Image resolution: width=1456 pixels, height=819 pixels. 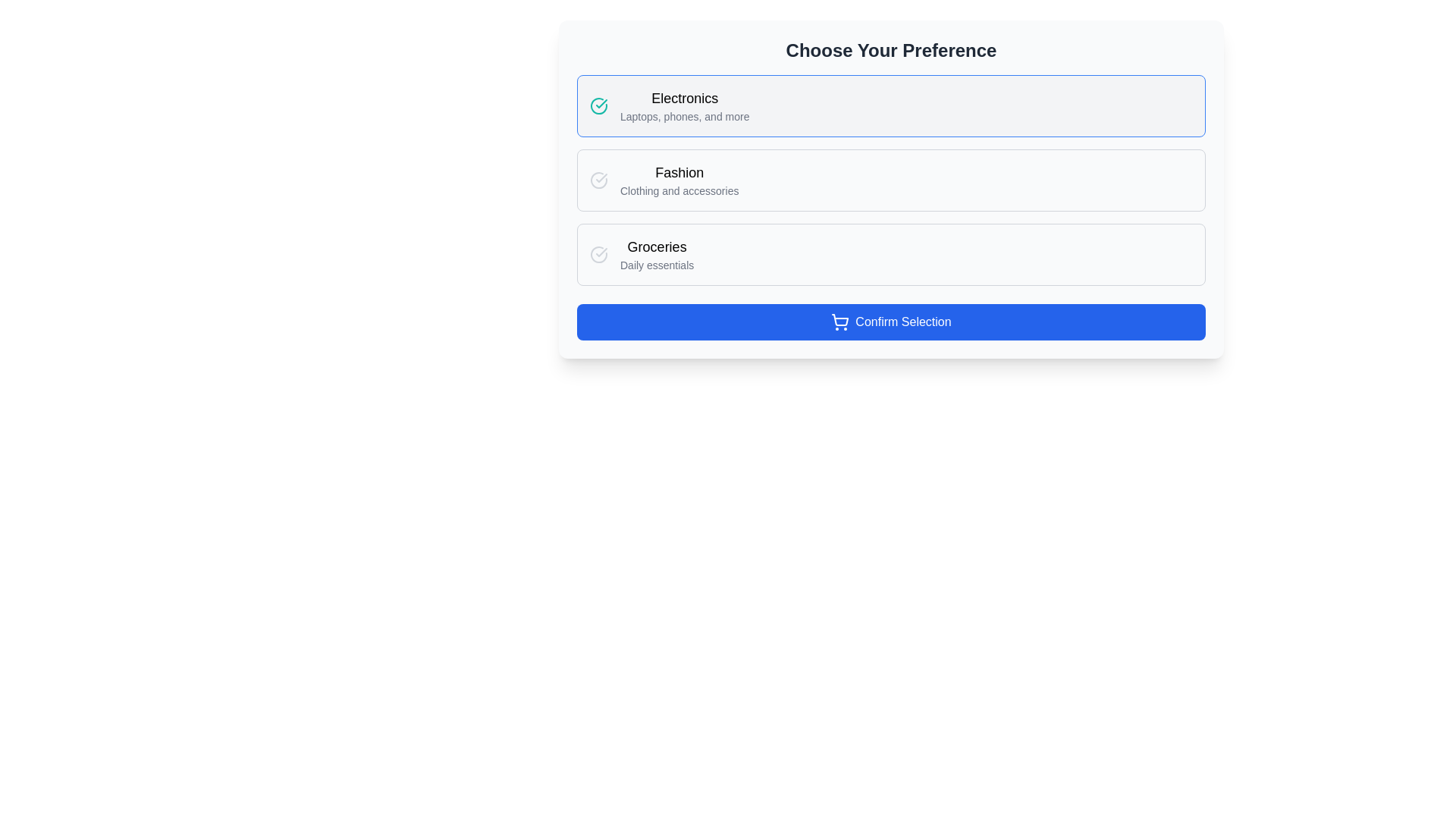 I want to click on the circular icon with a checkmark inside it, which is located to the immediate left of the text 'Fashion' in the list of selectable options, so click(x=598, y=180).